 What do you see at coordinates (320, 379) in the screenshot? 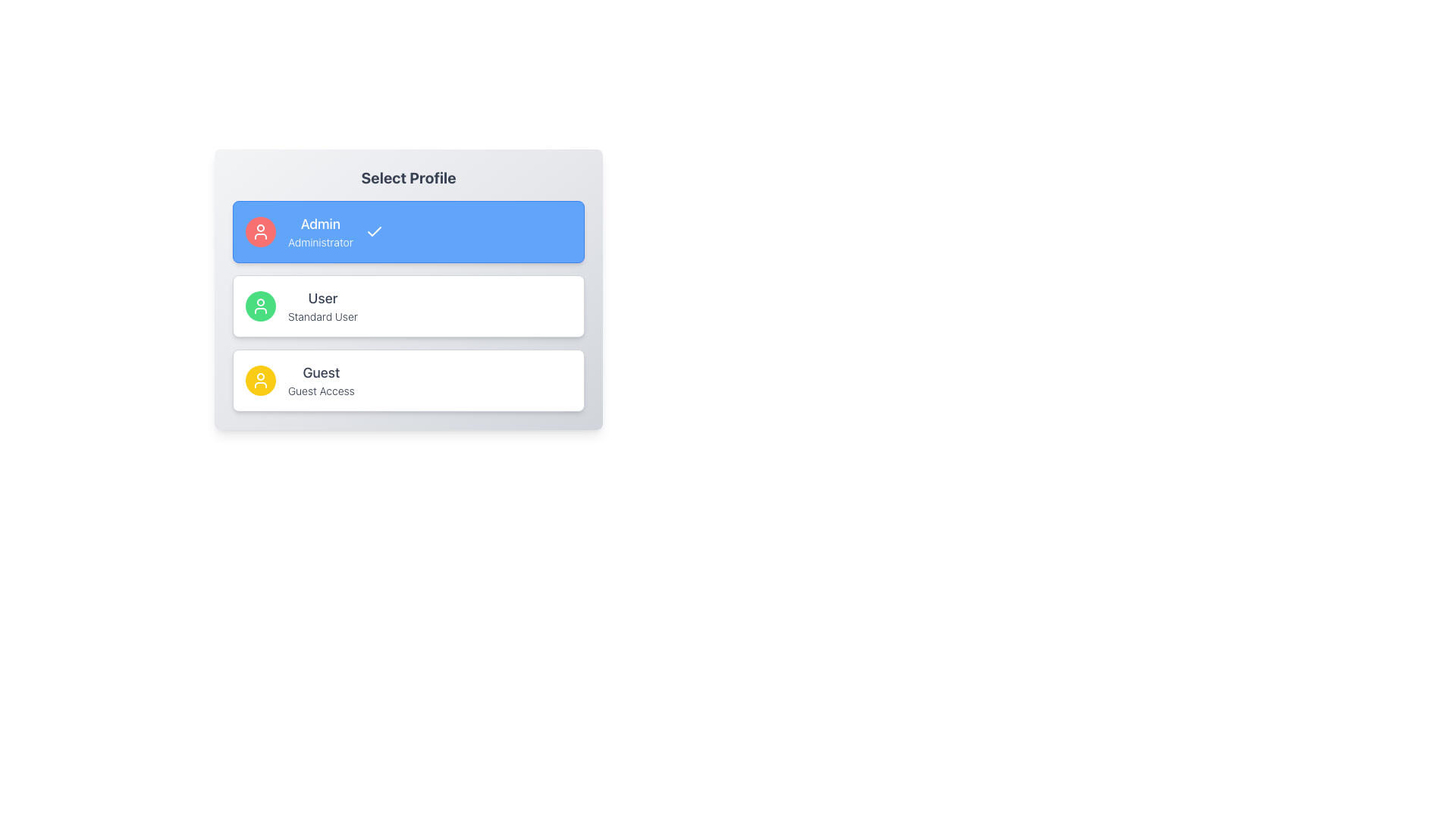
I see `the 'Guest' profile selection item, which is the third option in a vertical list of user profiles, represented by a bordered, white rounded rectangle with a yellow circular icon containing a user avatar` at bounding box center [320, 379].